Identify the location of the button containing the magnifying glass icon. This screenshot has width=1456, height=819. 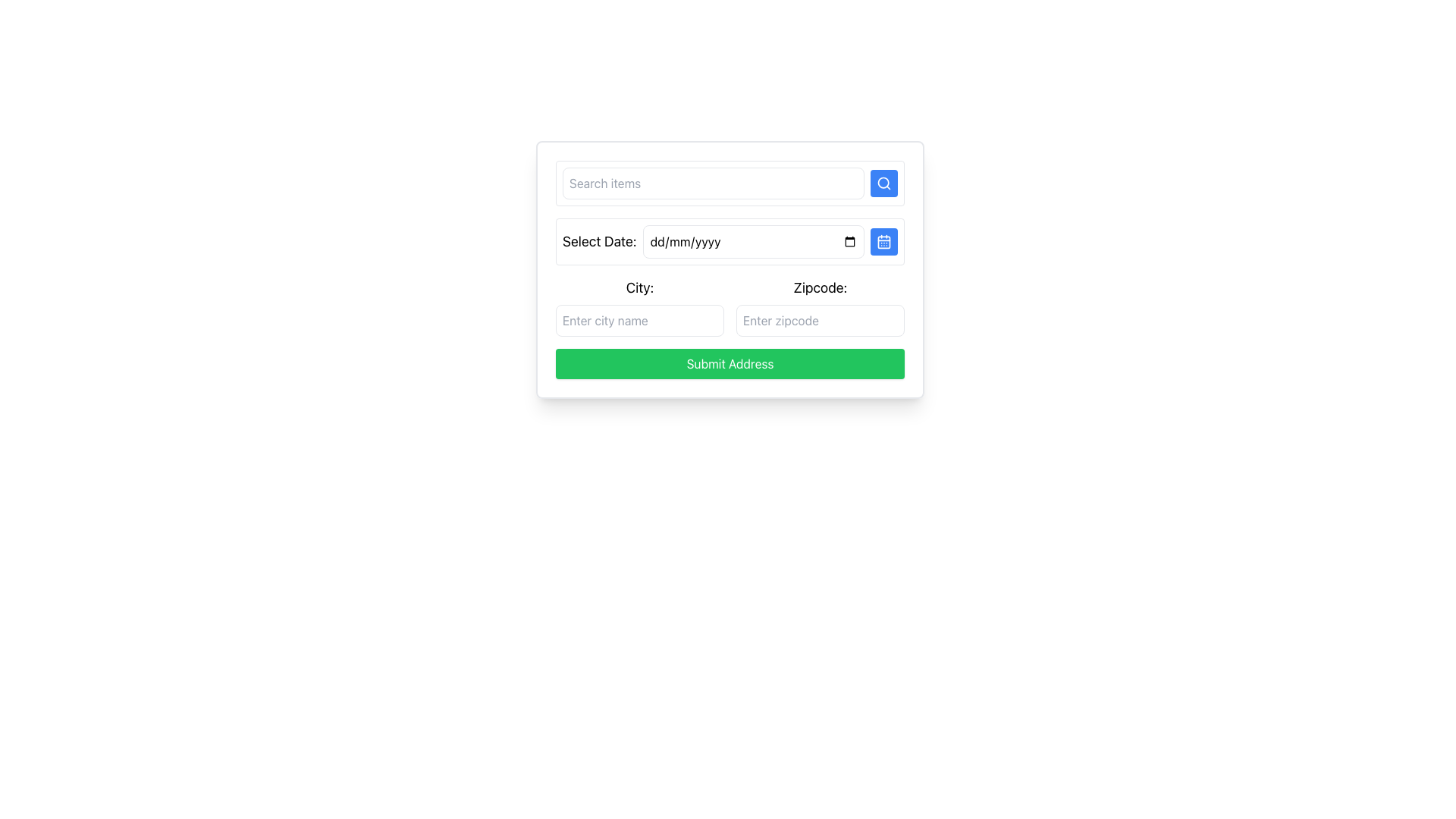
(884, 183).